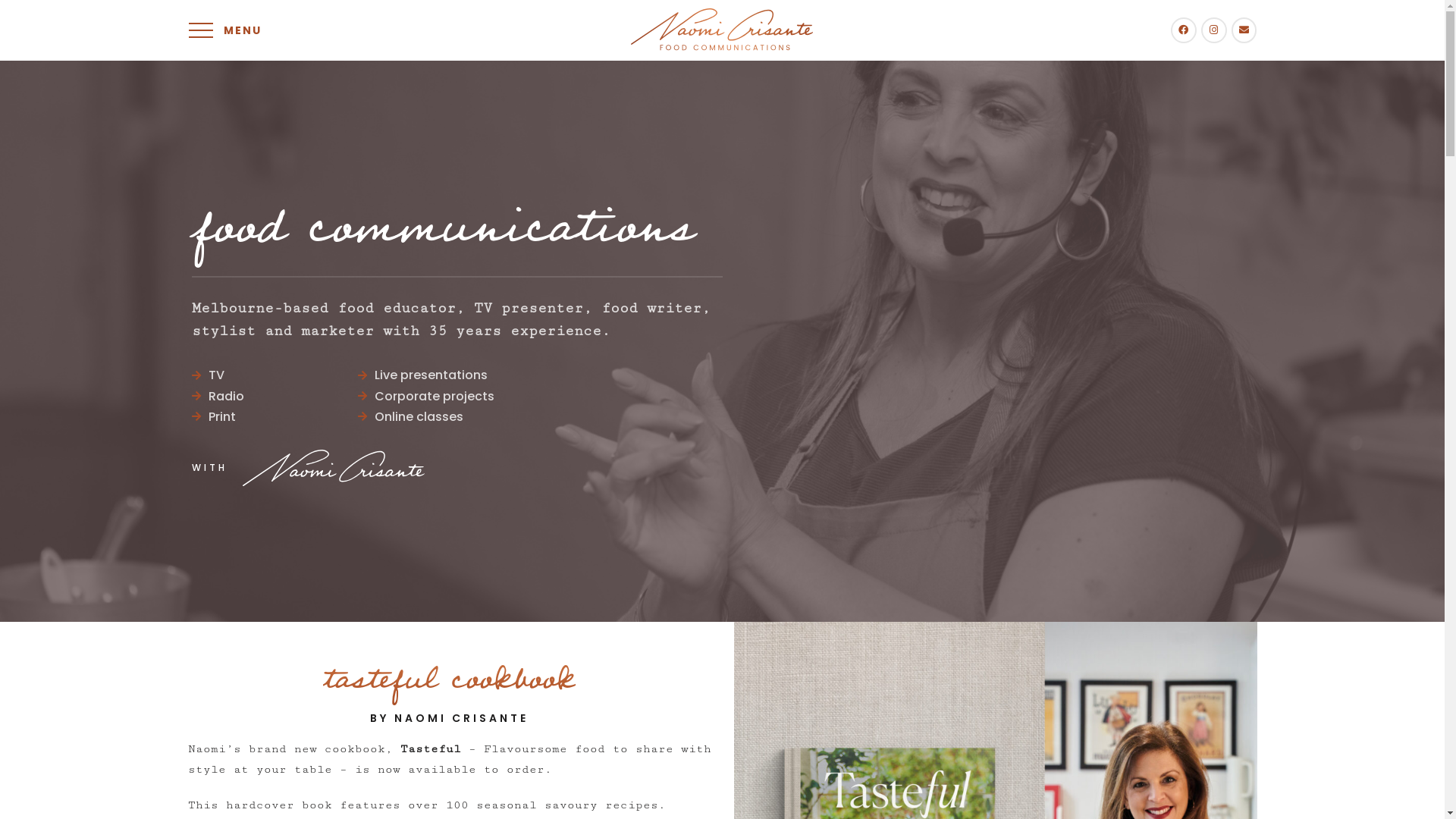 This screenshot has height=819, width=1456. What do you see at coordinates (243, 467) in the screenshot?
I see `'ncsigwhite.svg'` at bounding box center [243, 467].